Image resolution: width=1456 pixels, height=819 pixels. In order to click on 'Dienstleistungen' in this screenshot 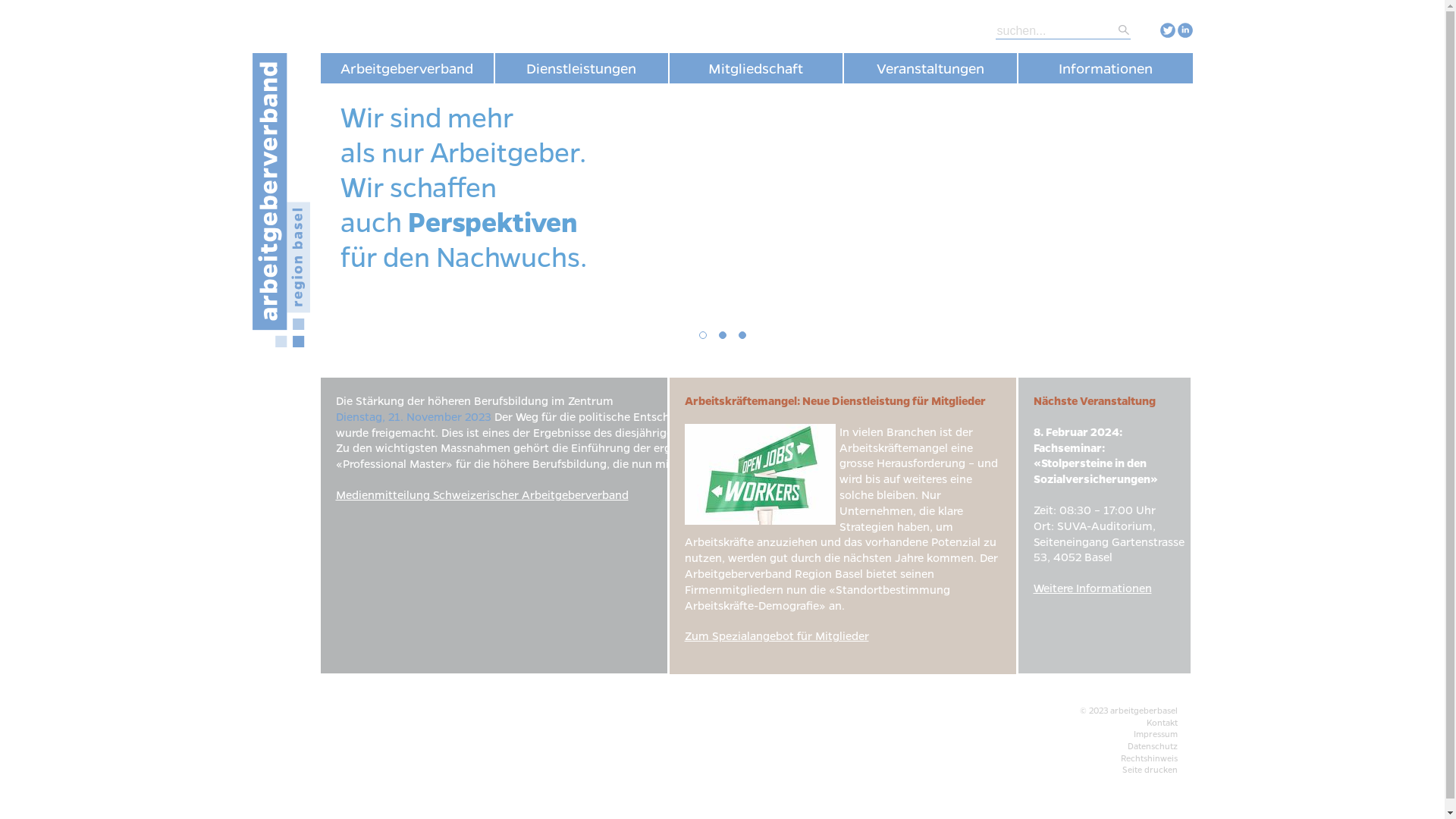, I will do `click(580, 67)`.